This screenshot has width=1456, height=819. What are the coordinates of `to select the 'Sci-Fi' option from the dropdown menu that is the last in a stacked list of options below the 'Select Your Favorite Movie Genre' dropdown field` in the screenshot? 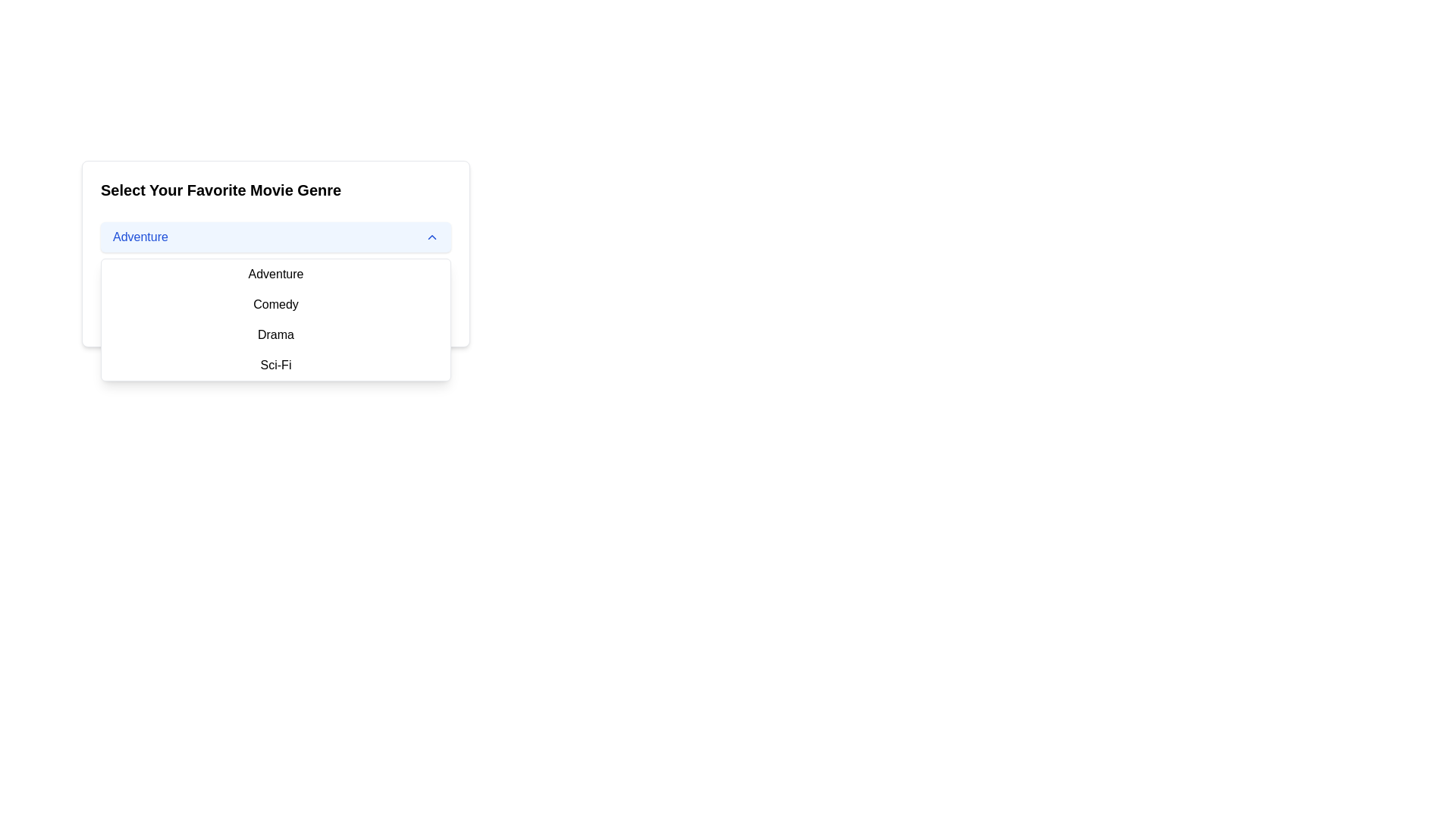 It's located at (276, 366).